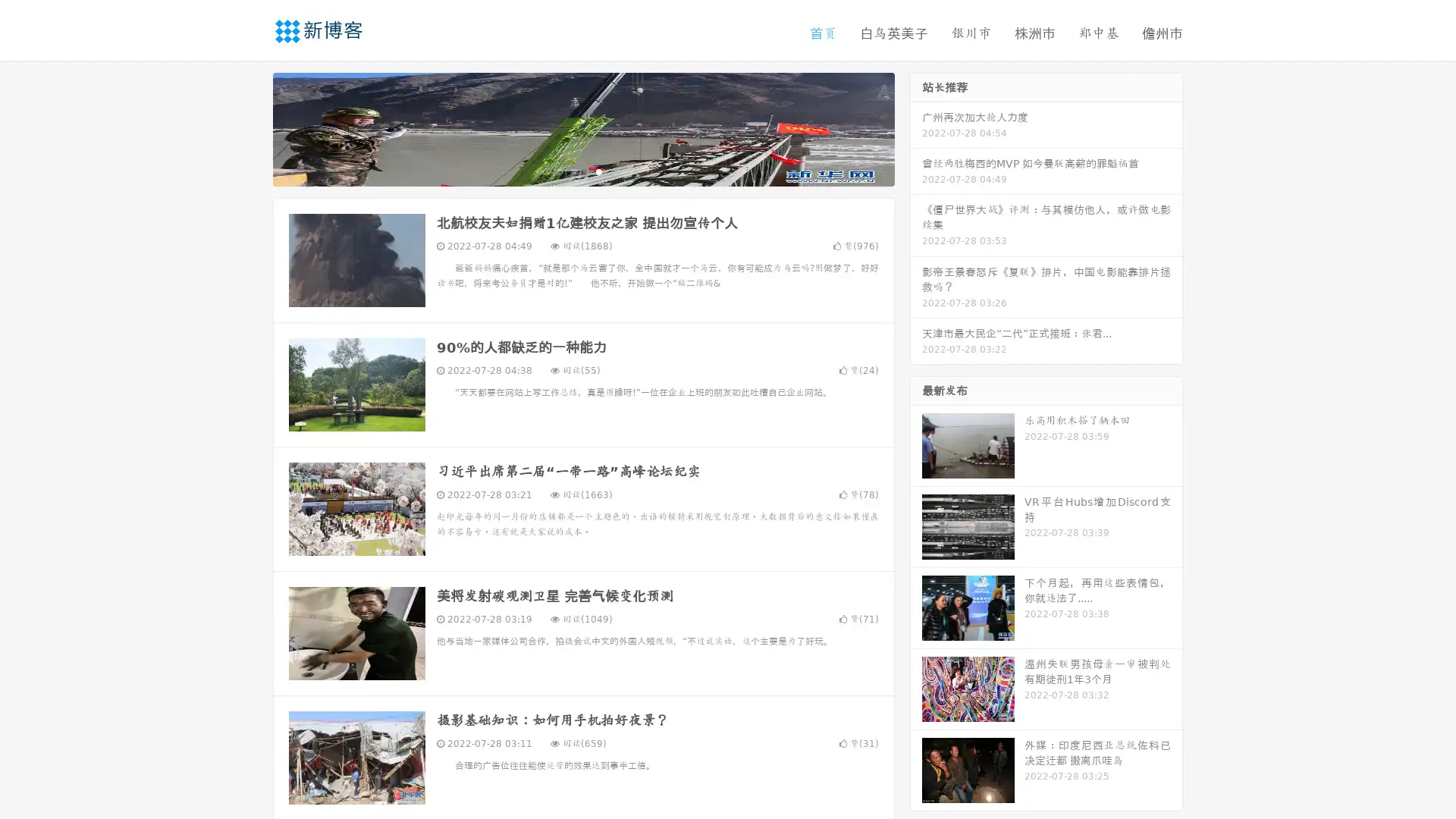 This screenshot has width=1456, height=819. I want to click on Go to slide 1, so click(567, 171).